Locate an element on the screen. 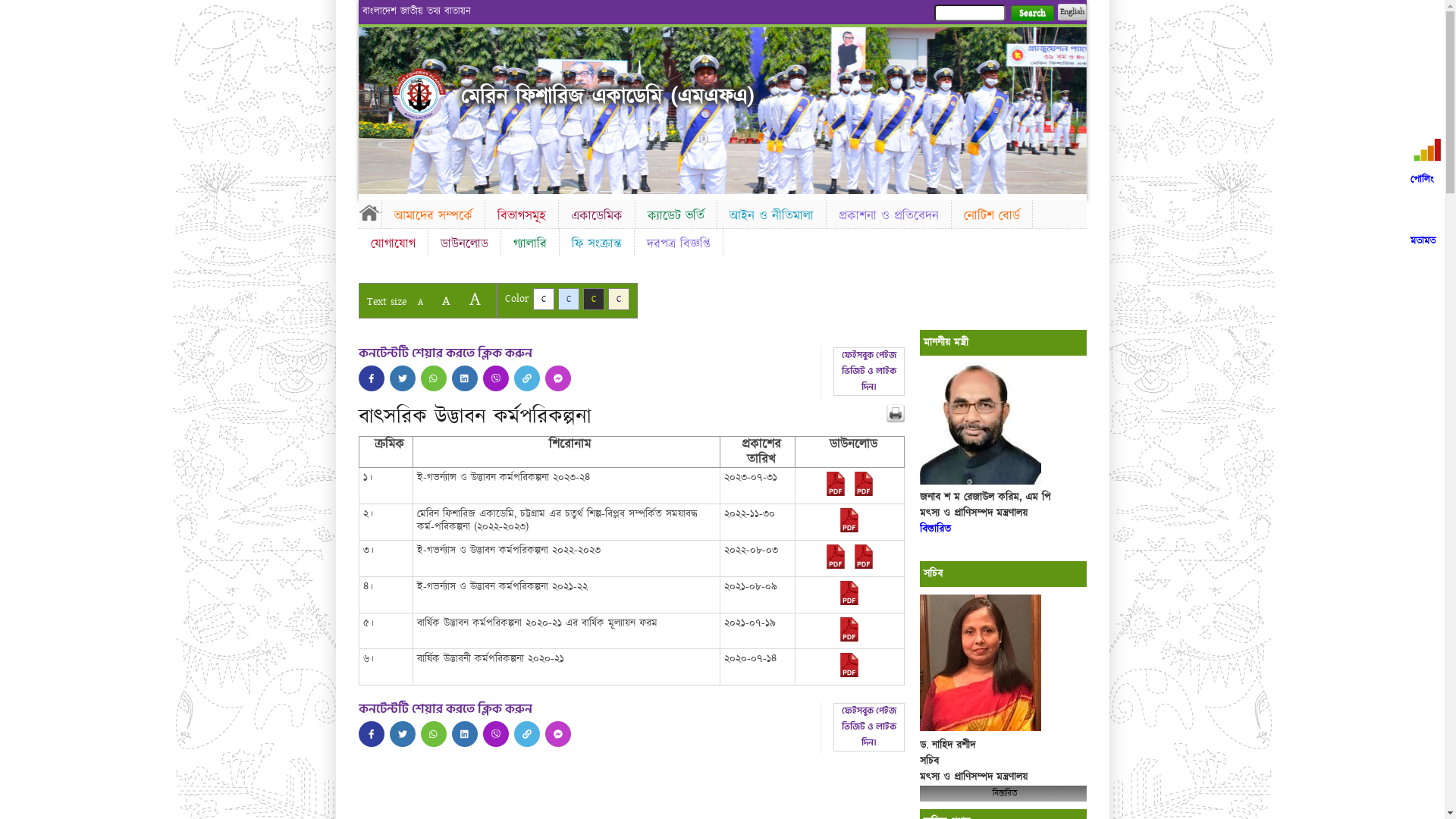 This screenshot has width=1456, height=819. 'C' is located at coordinates (619, 299).